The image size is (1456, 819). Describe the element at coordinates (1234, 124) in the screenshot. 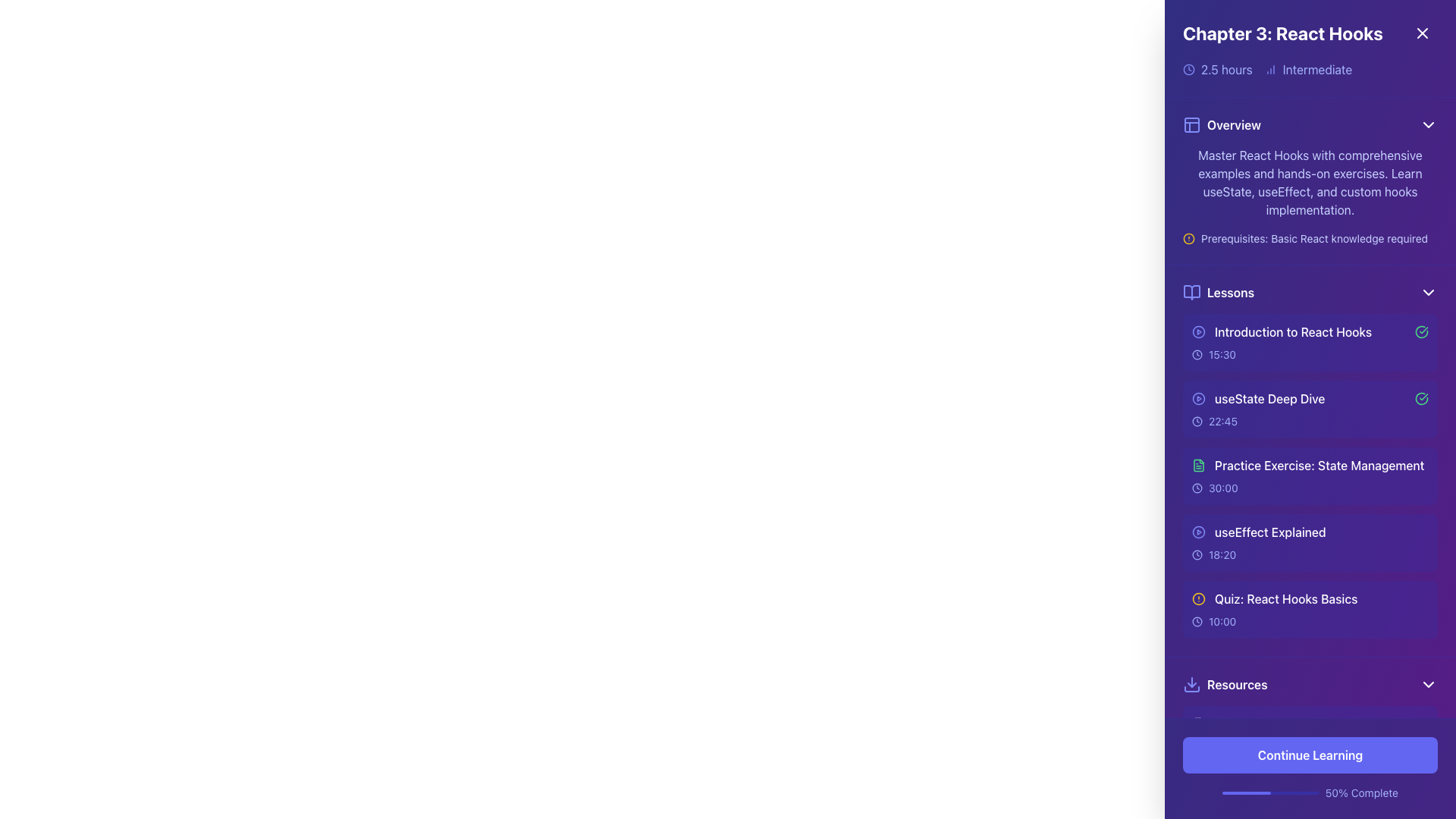

I see `the 'Overview' text label, which is a bold white font on a purple background, located in the right-side panel below the title 'Chapter 3: React Hooks'` at that location.